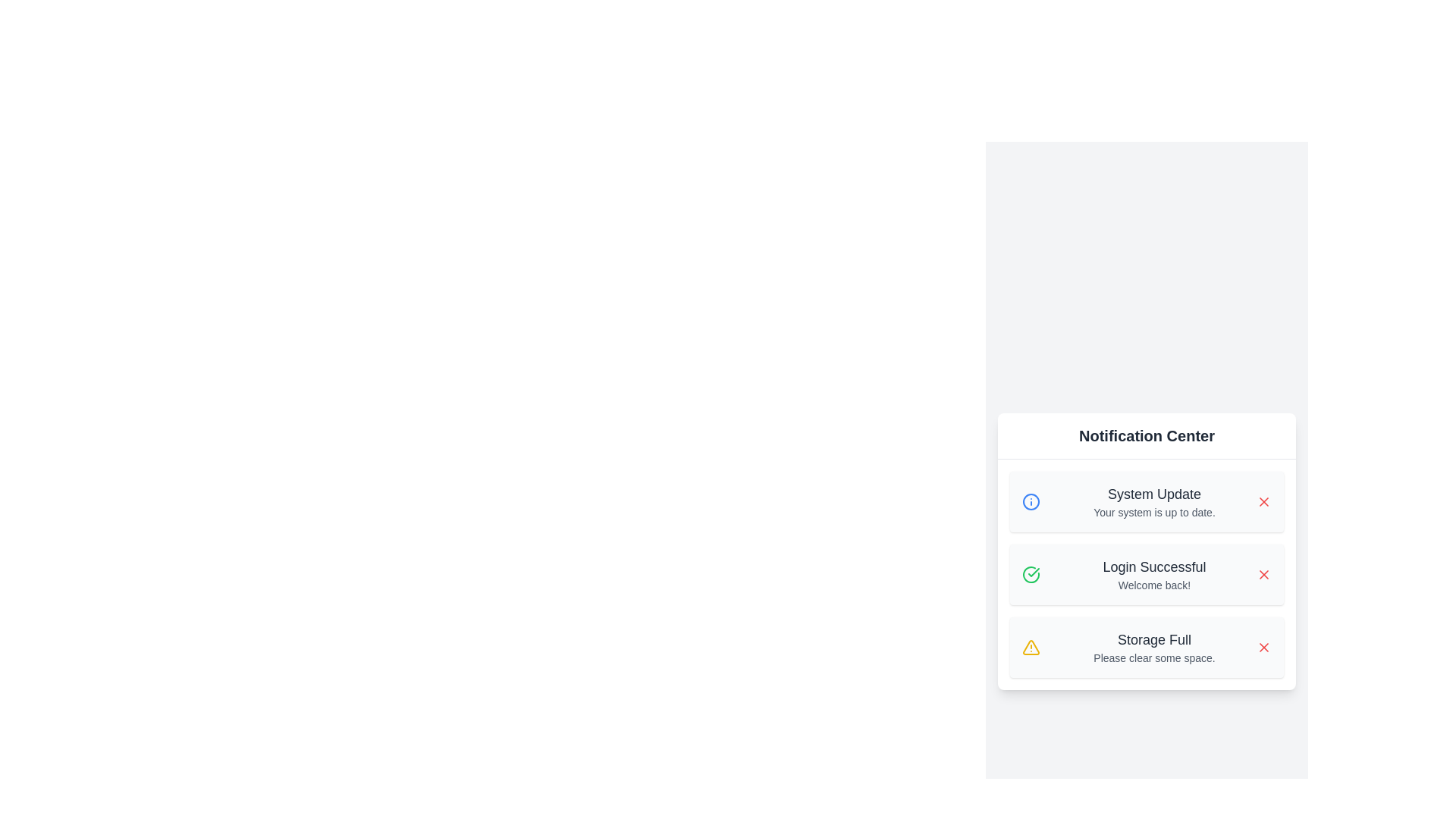  What do you see at coordinates (1031, 647) in the screenshot?
I see `the warning icon located at the bottom left corner of the third notification item in the 'Notification Center' card` at bounding box center [1031, 647].